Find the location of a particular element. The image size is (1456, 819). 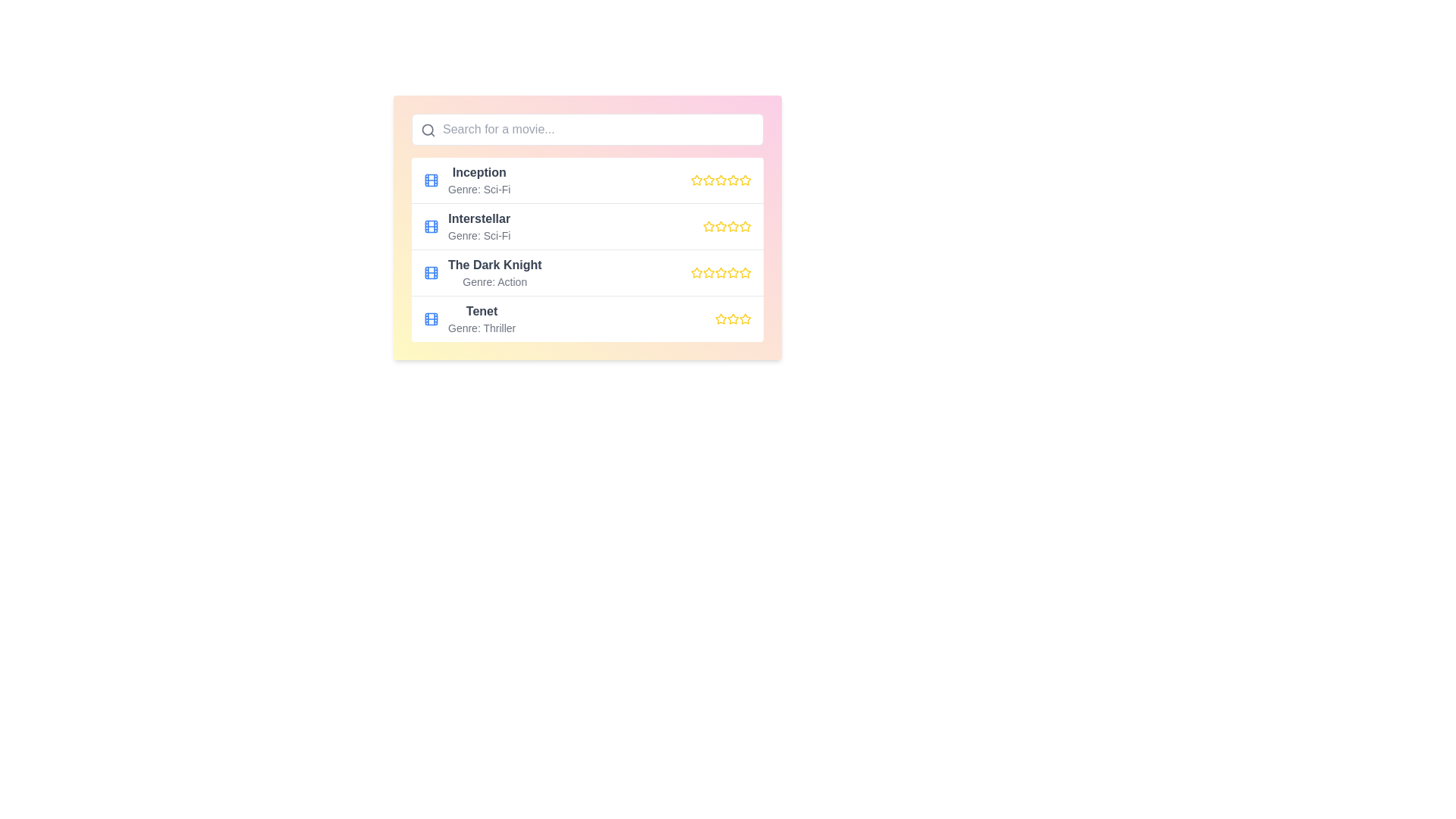

the yellow star icon with a stroke-style design, which is the fourth star in the rating system next to the movie 'Interstellar' in the second row of the movie list is located at coordinates (745, 226).